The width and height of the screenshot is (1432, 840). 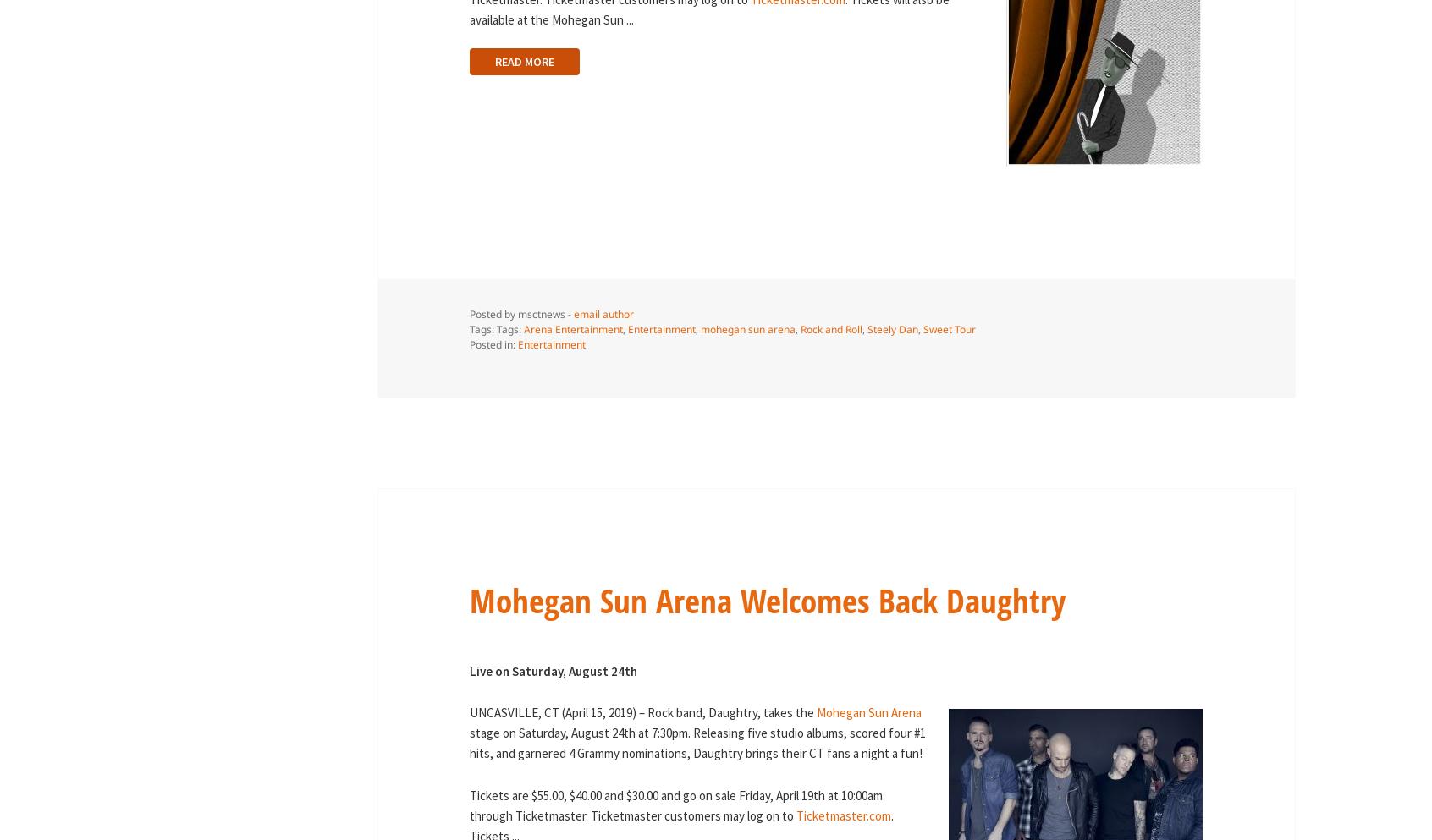 What do you see at coordinates (799, 327) in the screenshot?
I see `'Rock and Roll'` at bounding box center [799, 327].